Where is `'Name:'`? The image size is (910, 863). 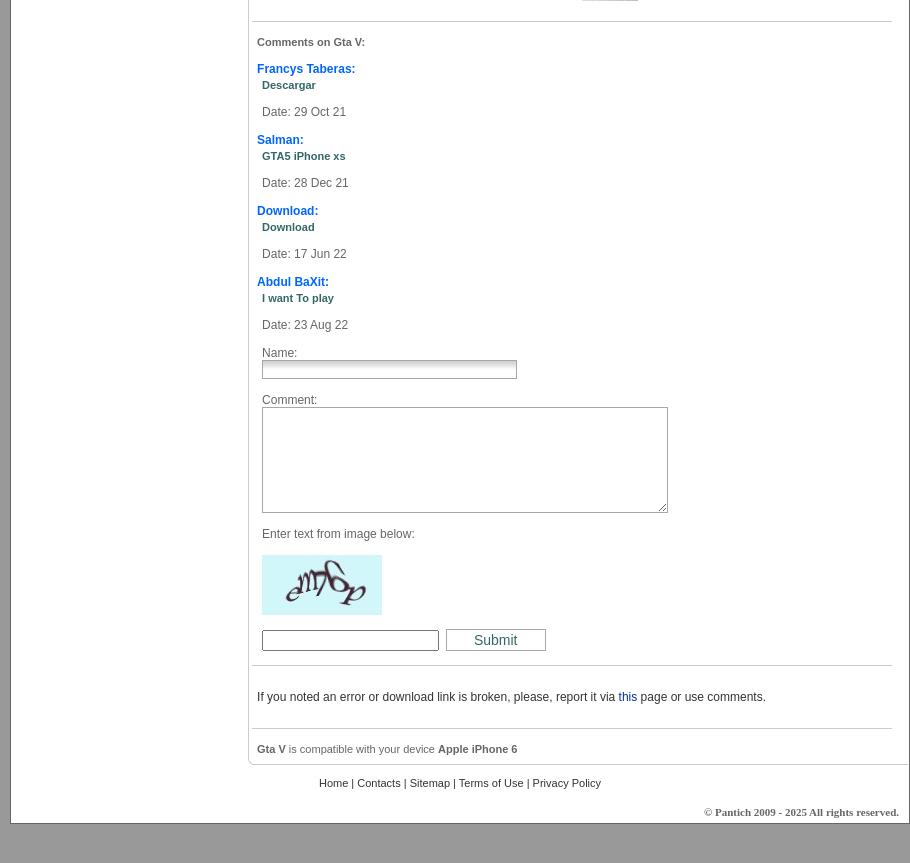
'Name:' is located at coordinates (278, 352).